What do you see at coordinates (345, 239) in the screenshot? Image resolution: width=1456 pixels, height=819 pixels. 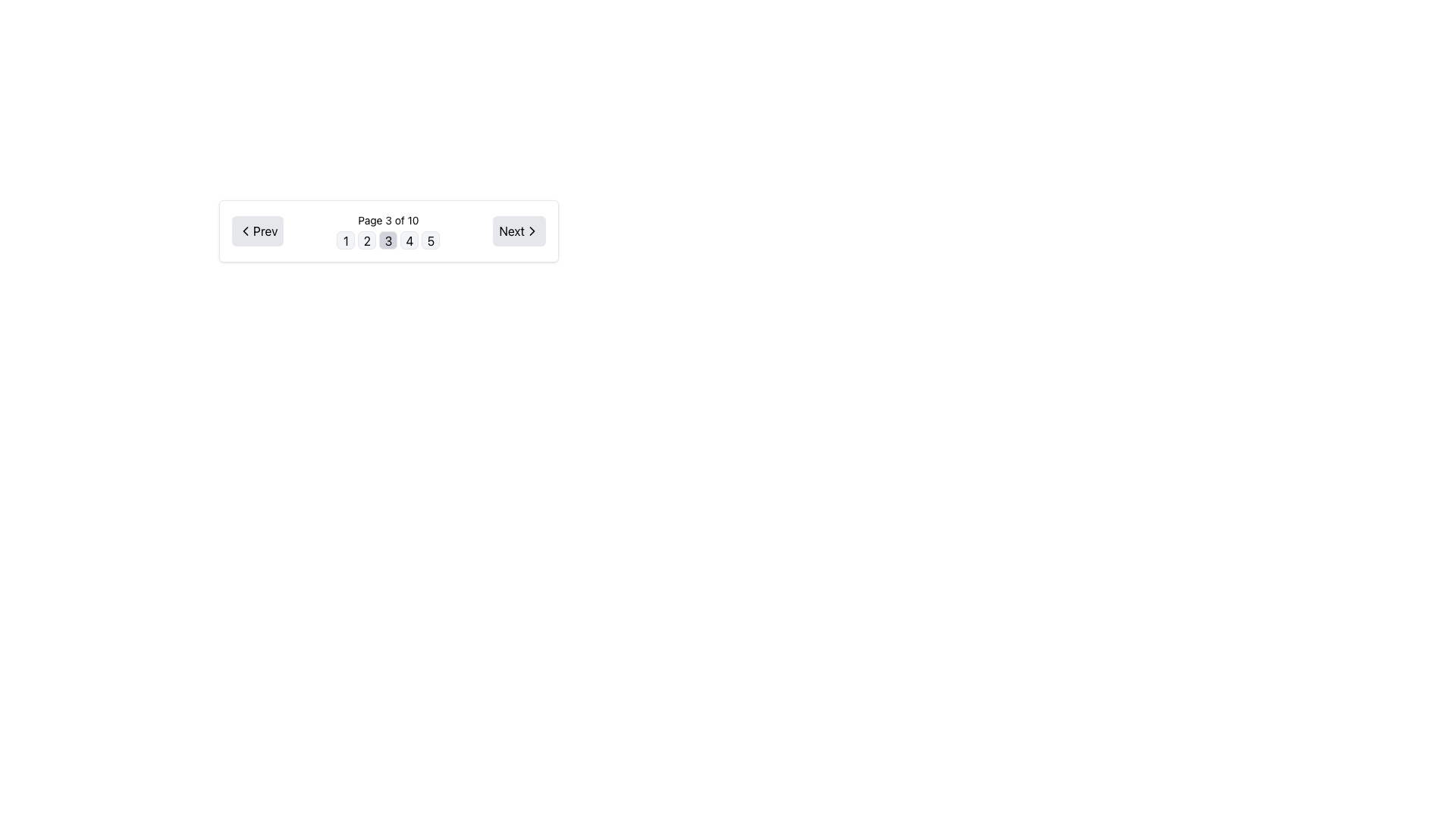 I see `the pagination indicator button labeled '1', which is the first button in the grid of pagination controls` at bounding box center [345, 239].